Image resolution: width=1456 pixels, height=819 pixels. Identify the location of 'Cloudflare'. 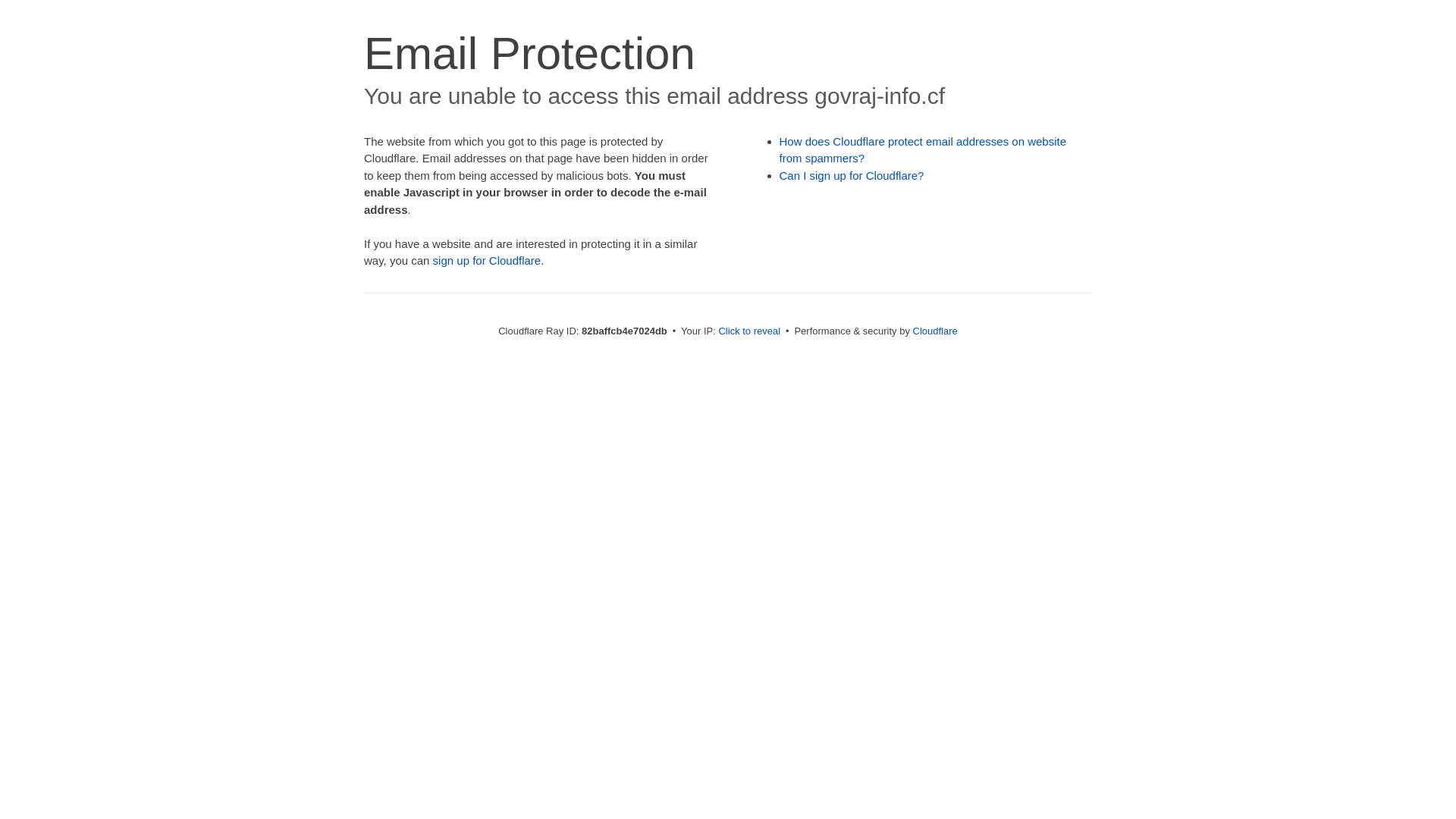
(912, 330).